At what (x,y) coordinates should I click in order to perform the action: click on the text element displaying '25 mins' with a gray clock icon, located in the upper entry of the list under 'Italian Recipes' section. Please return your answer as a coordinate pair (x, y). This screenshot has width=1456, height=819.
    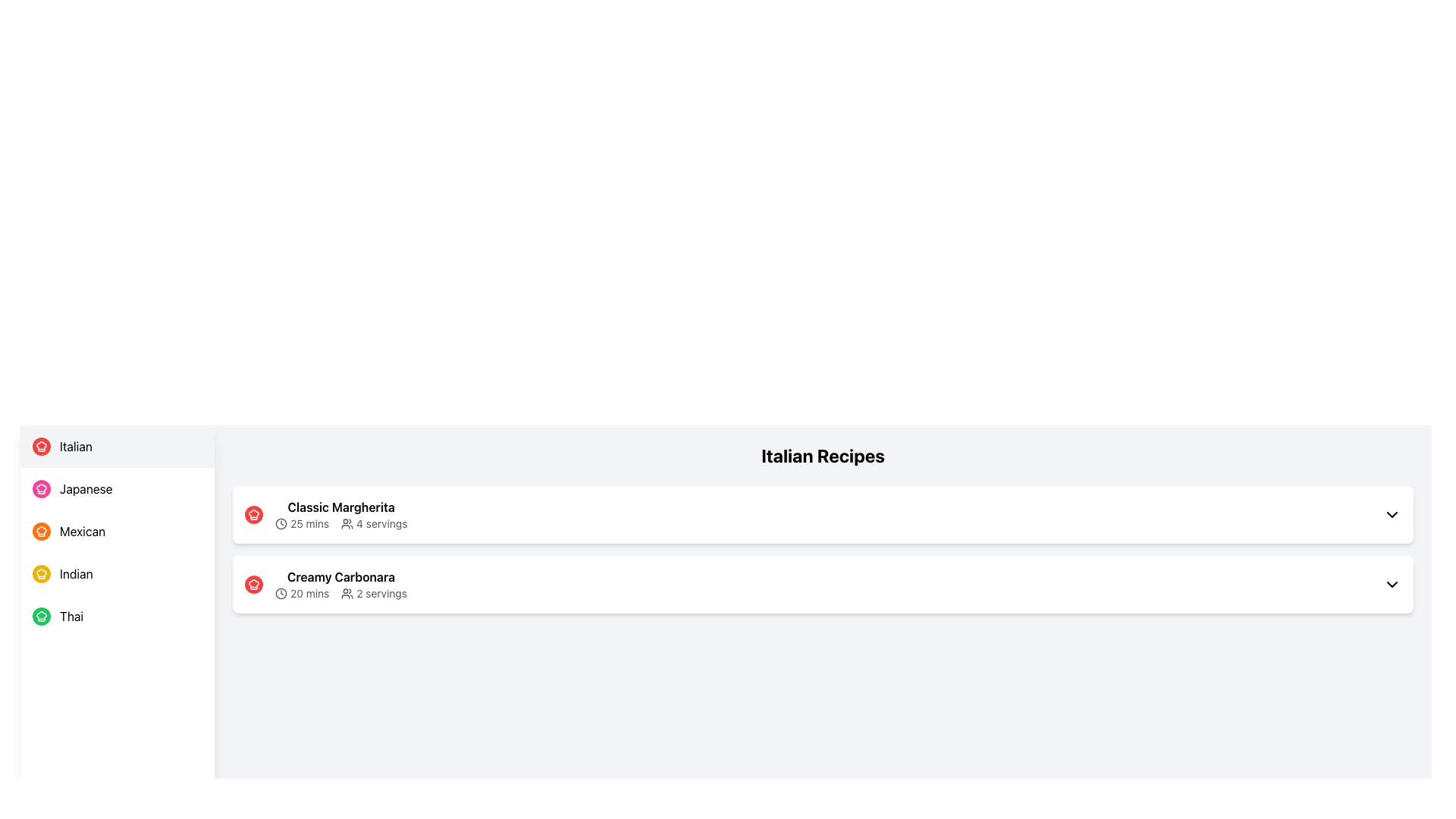
    Looking at the image, I should click on (302, 522).